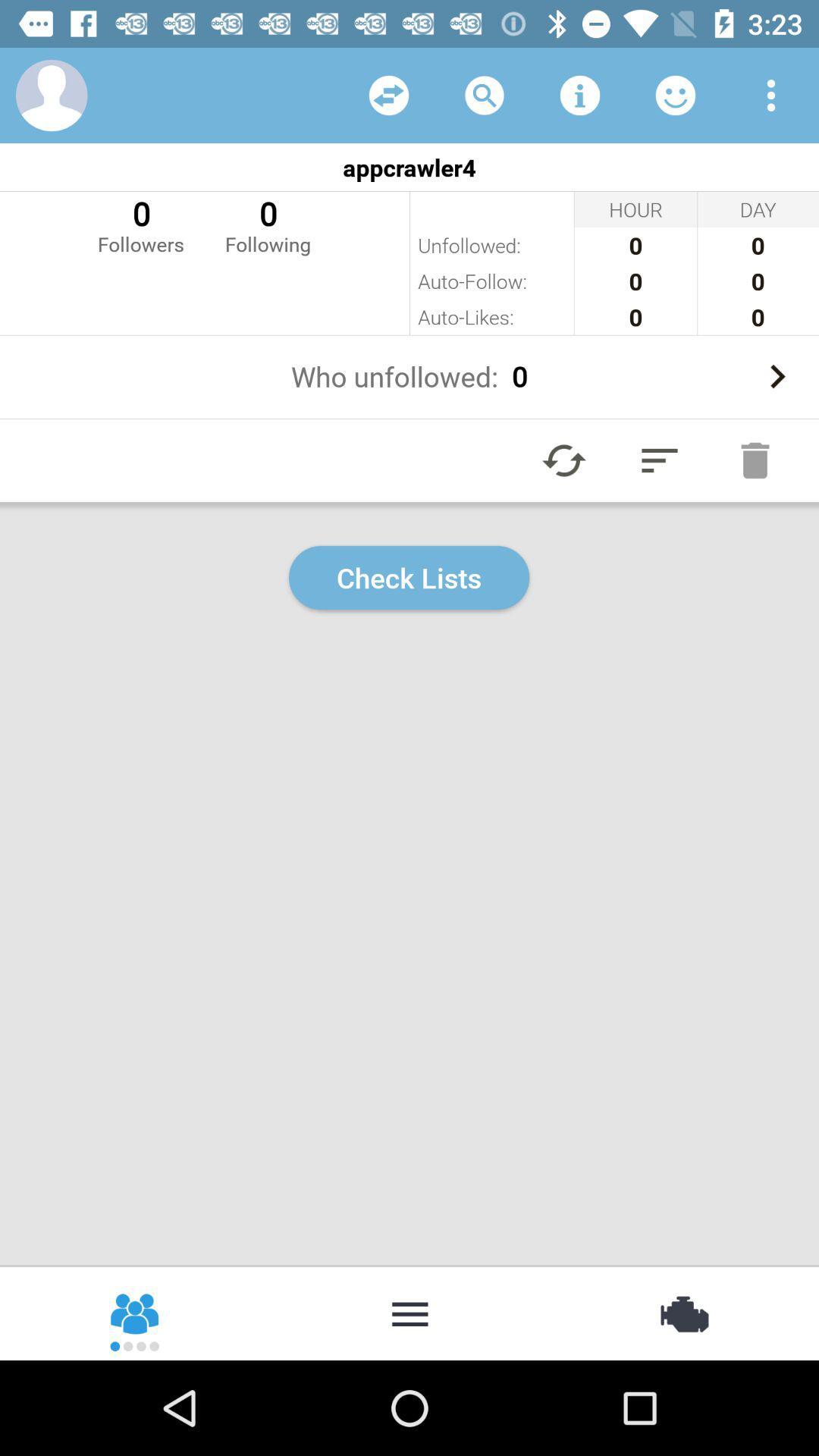  I want to click on the refresh icon, so click(564, 460).